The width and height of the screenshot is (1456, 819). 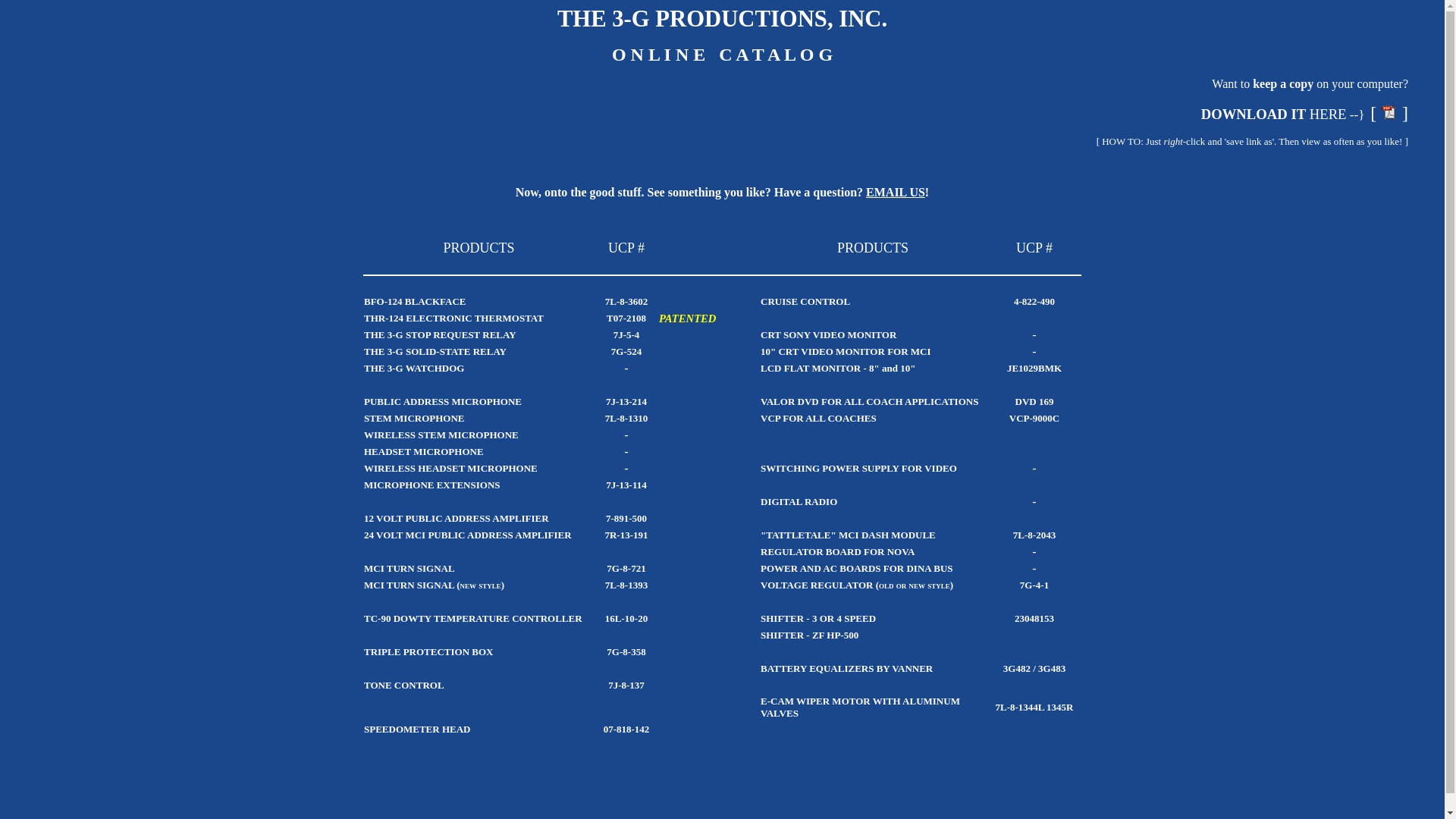 I want to click on 'E-CAM WIPER MOTOR WITH ALUMINUM VALVES', so click(x=860, y=707).